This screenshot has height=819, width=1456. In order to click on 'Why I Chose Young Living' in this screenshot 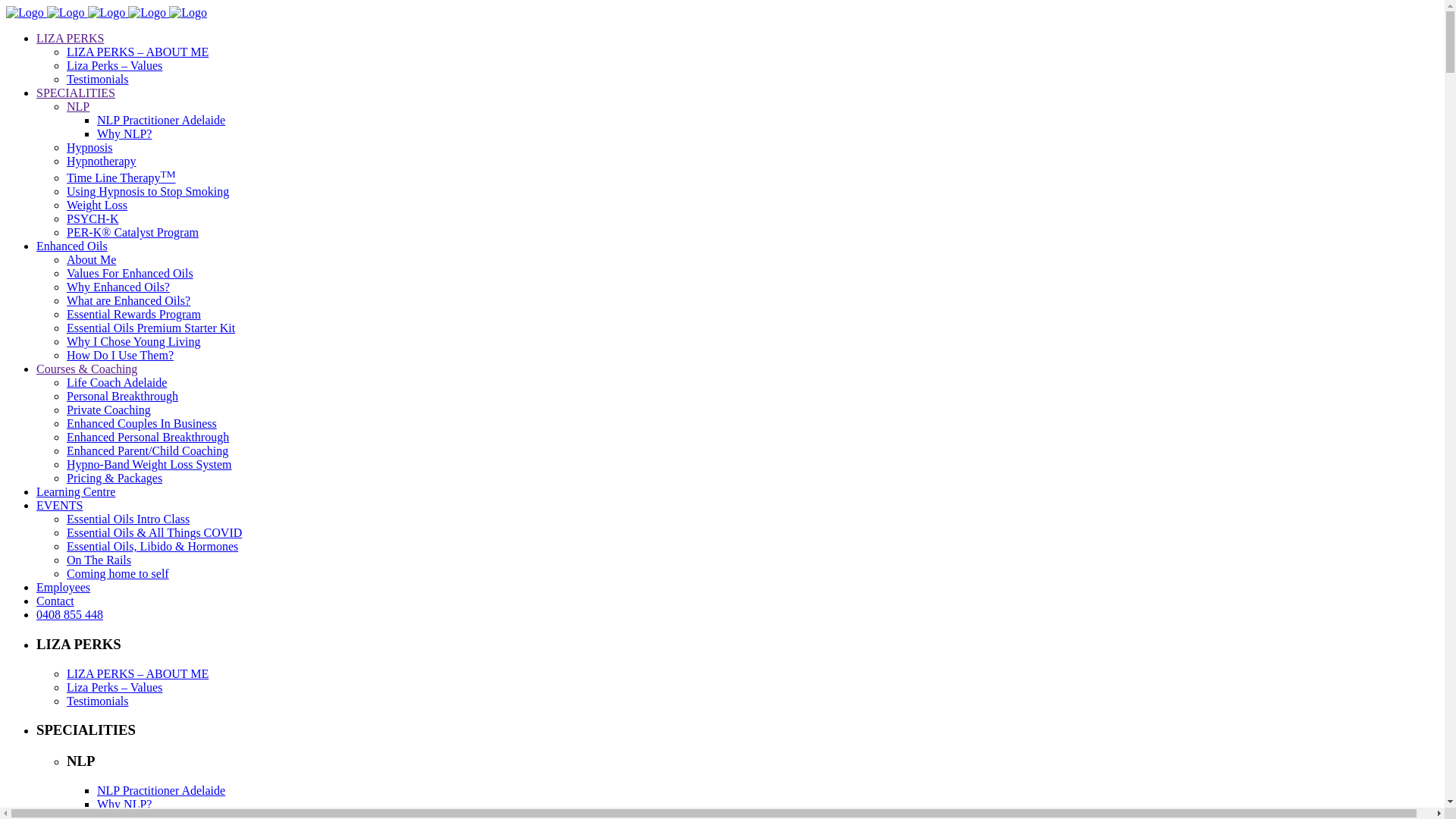, I will do `click(133, 341)`.